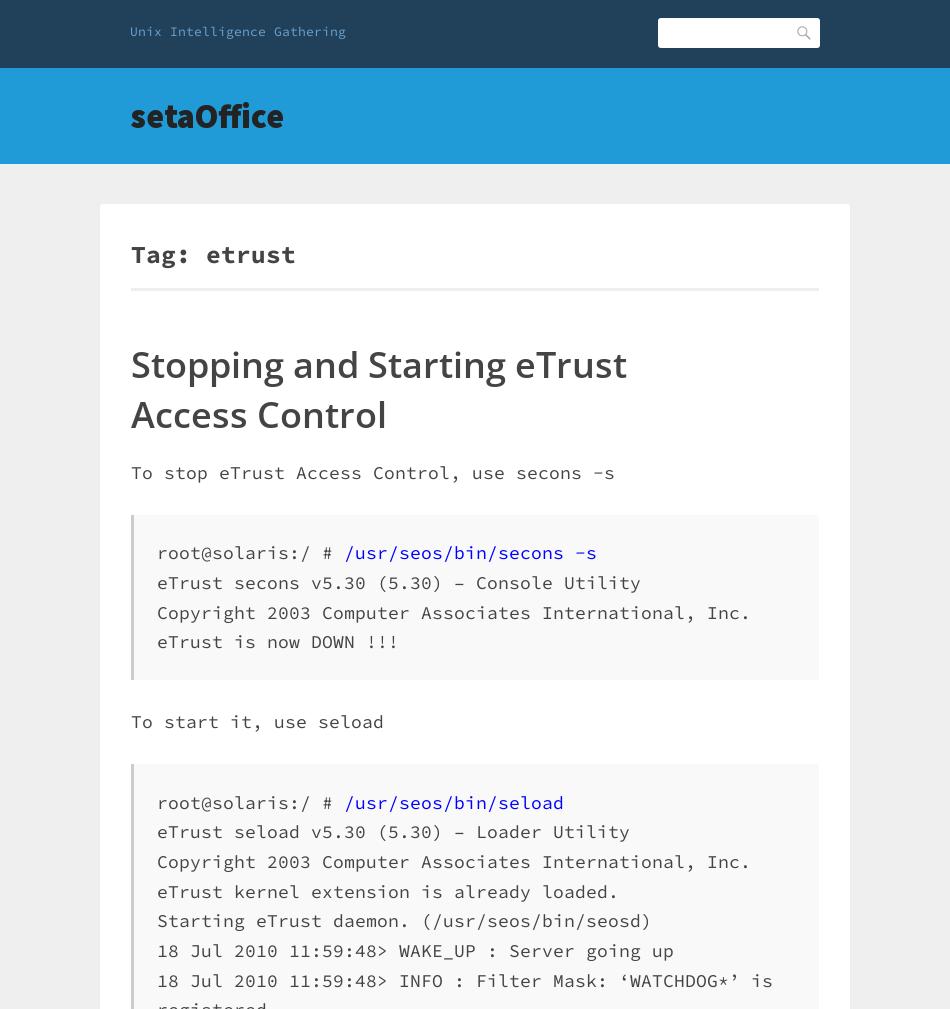 The height and width of the screenshot is (1009, 950). I want to click on 'eTrust secons v5.30 (5.30) – Console Utility', so click(398, 581).